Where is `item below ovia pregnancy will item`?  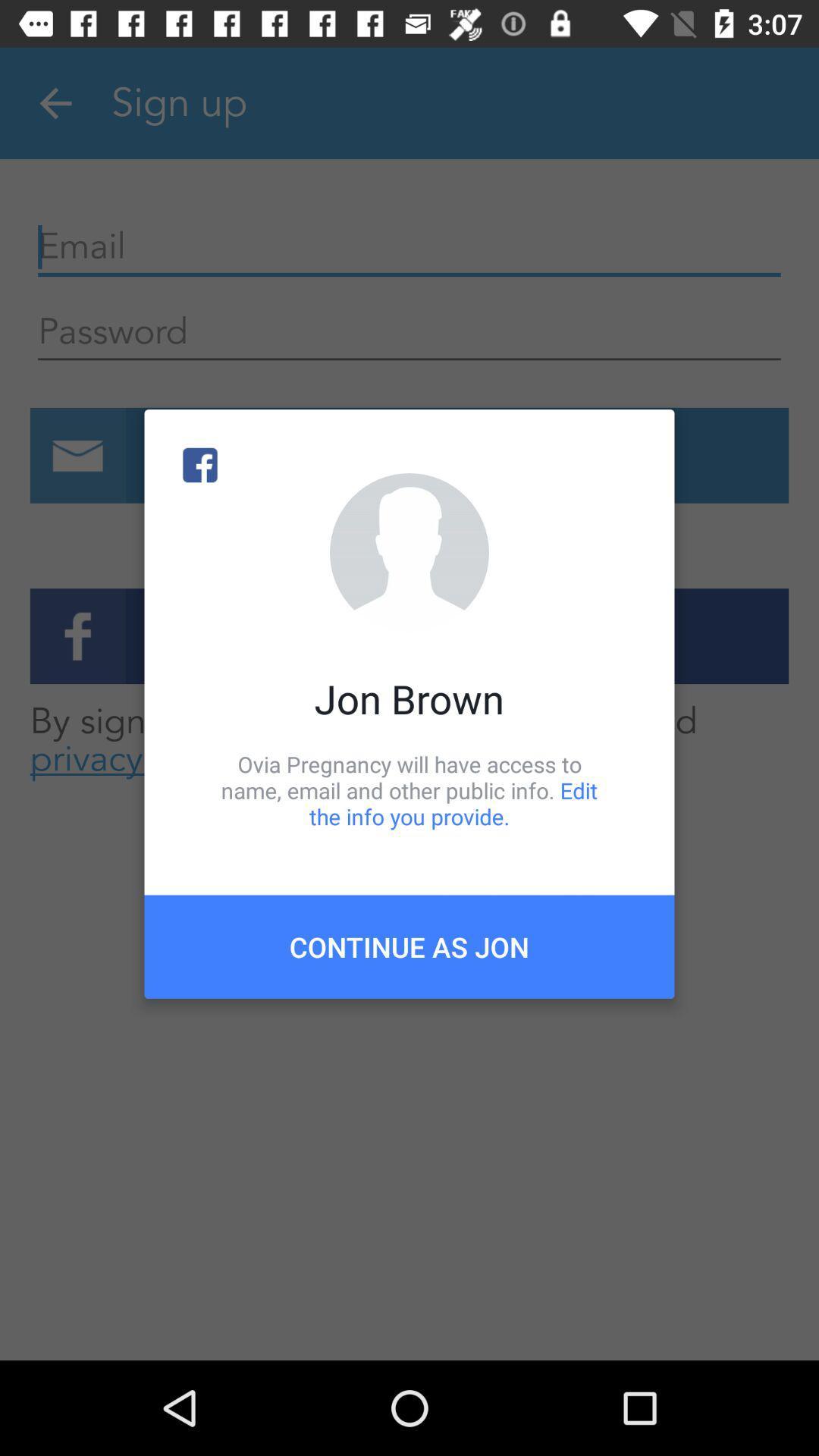 item below ovia pregnancy will item is located at coordinates (409, 946).